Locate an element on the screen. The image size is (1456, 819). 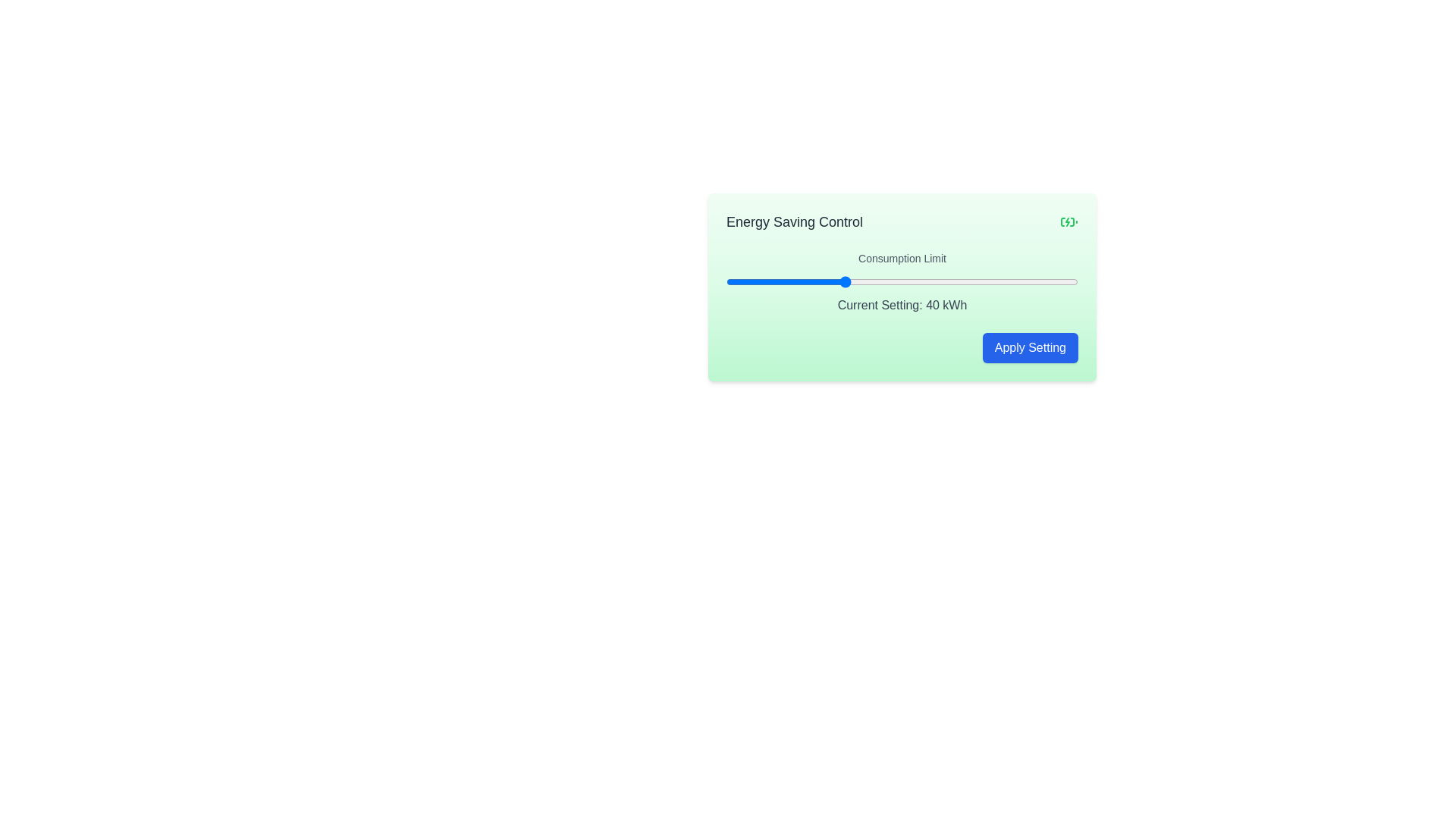
the consumption limit slider to set the value to 53 is located at coordinates (919, 281).